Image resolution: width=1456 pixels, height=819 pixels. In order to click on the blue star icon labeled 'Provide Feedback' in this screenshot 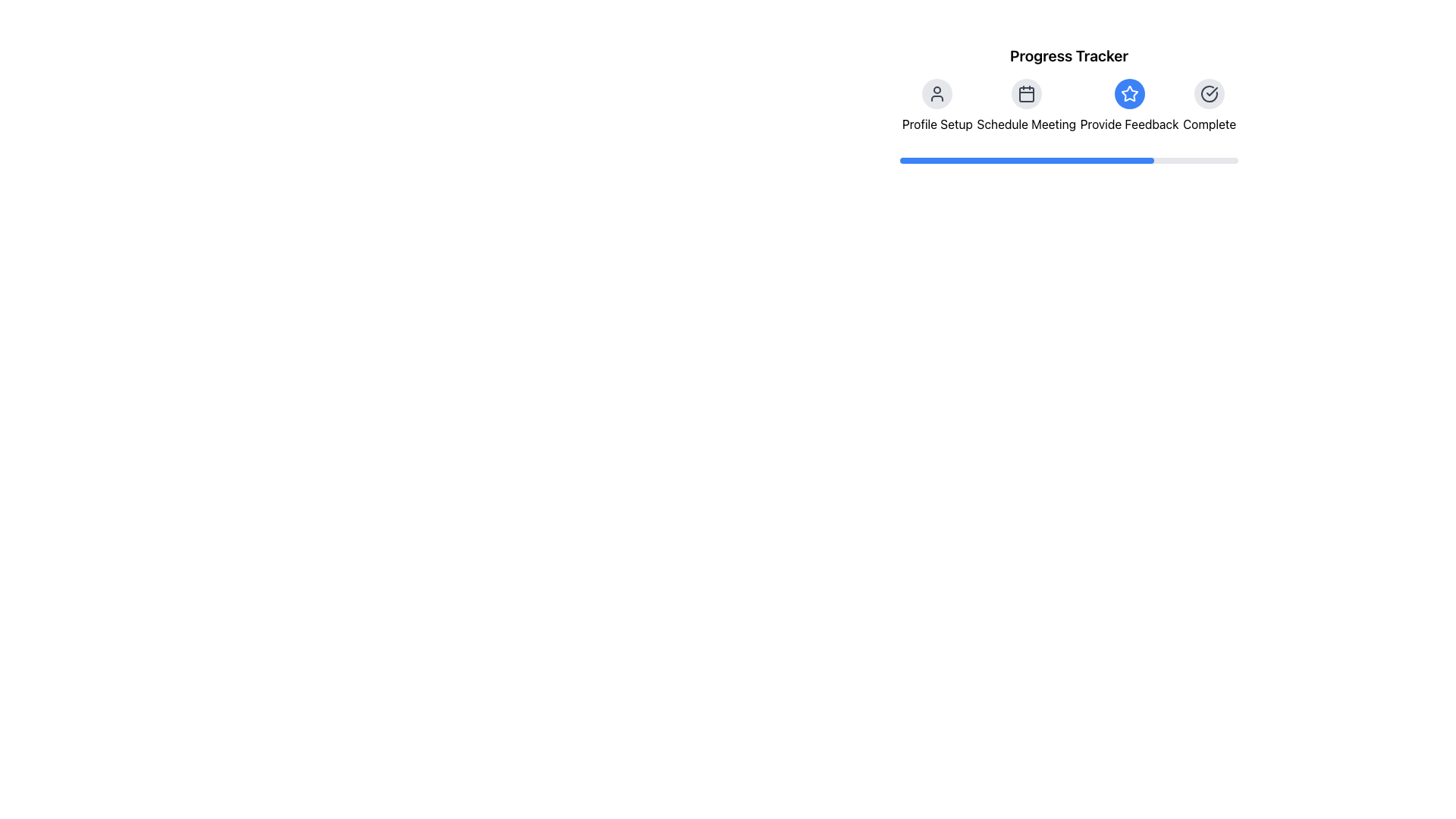, I will do `click(1129, 105)`.